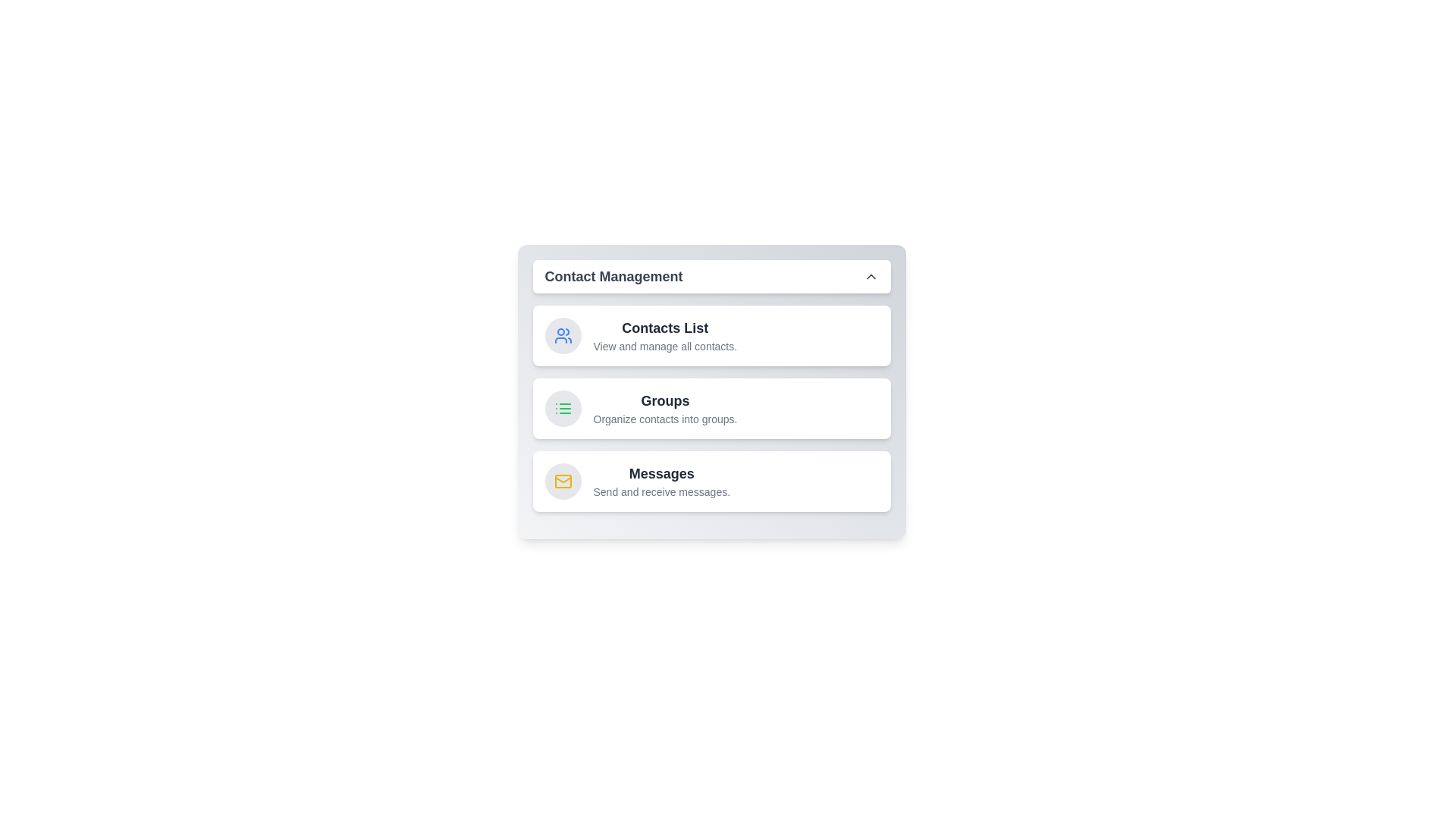 This screenshot has width=1456, height=819. I want to click on the menu item Groups to view its hover effect, so click(711, 408).